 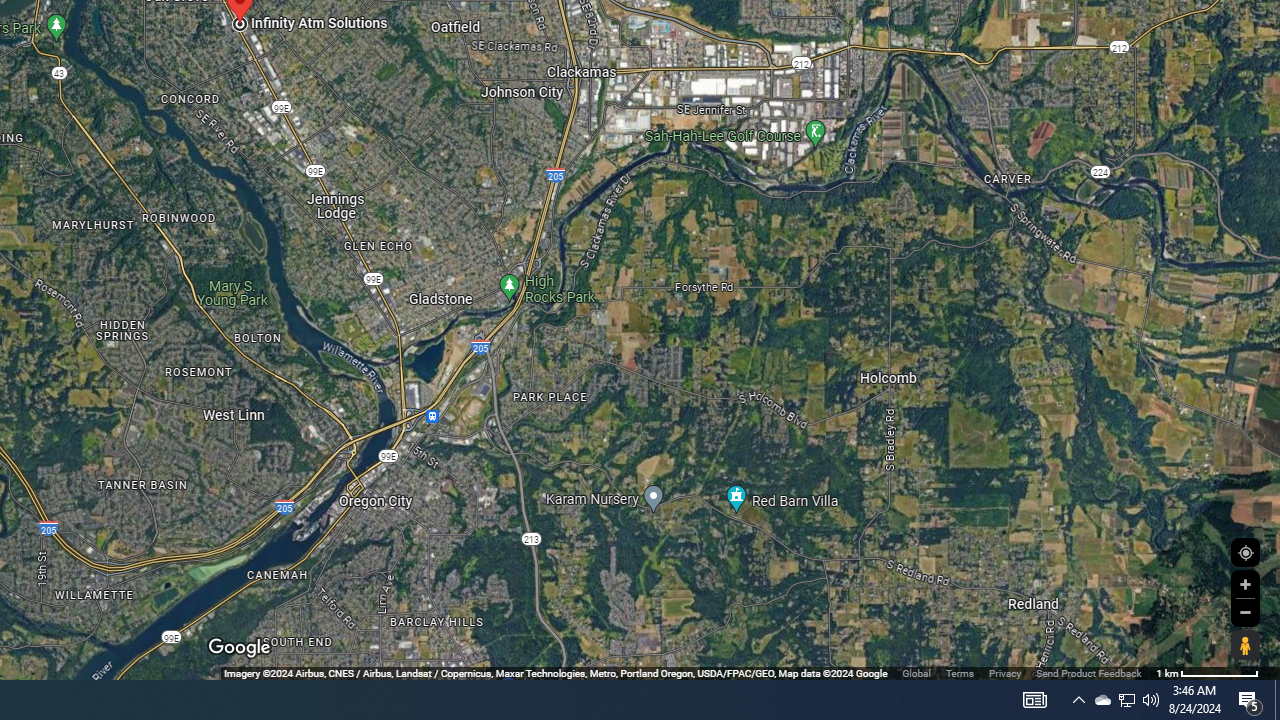 I want to click on 'Zoom in', so click(x=1244, y=584).